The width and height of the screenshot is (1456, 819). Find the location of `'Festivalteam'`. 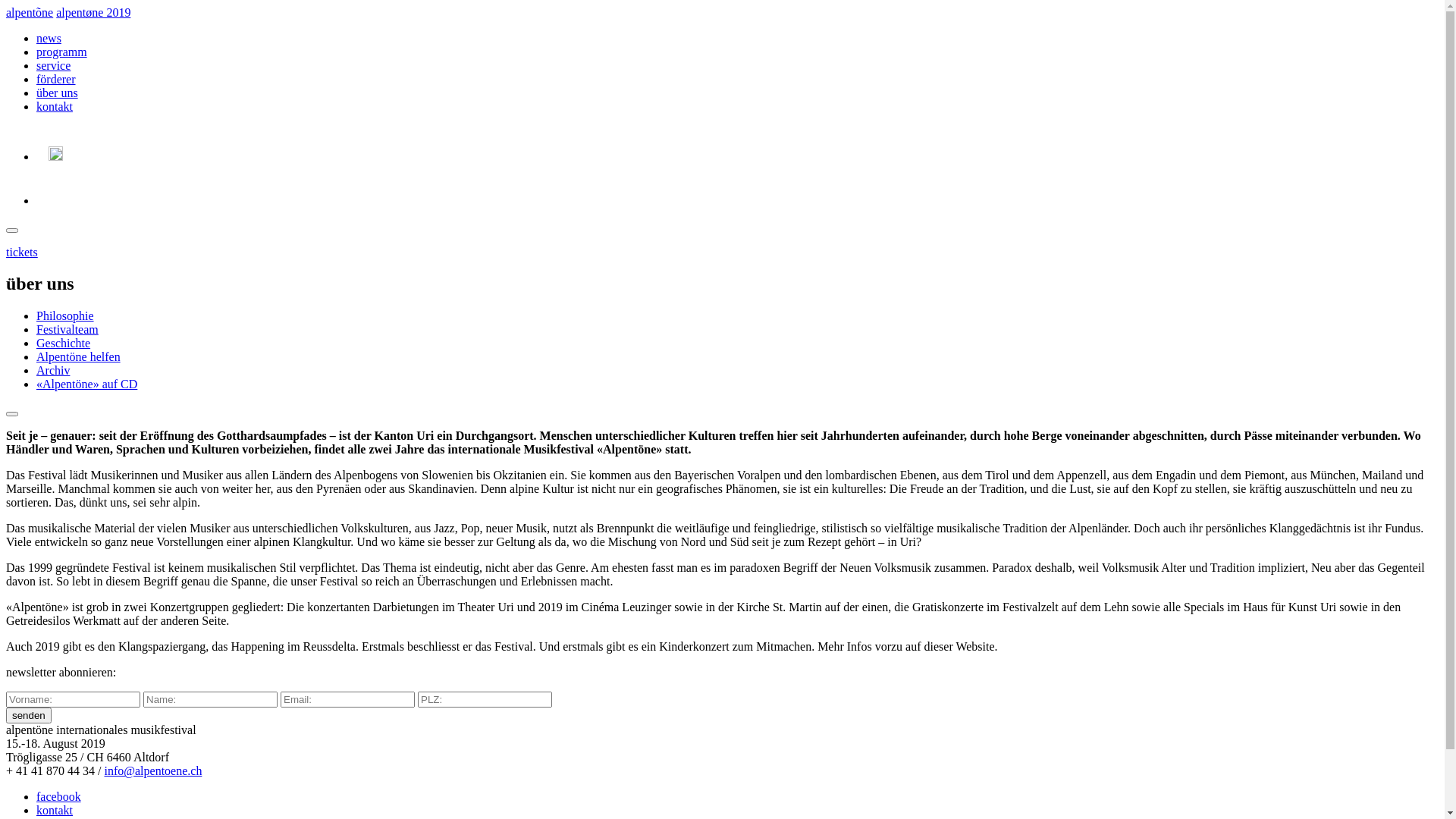

'Festivalteam' is located at coordinates (67, 328).